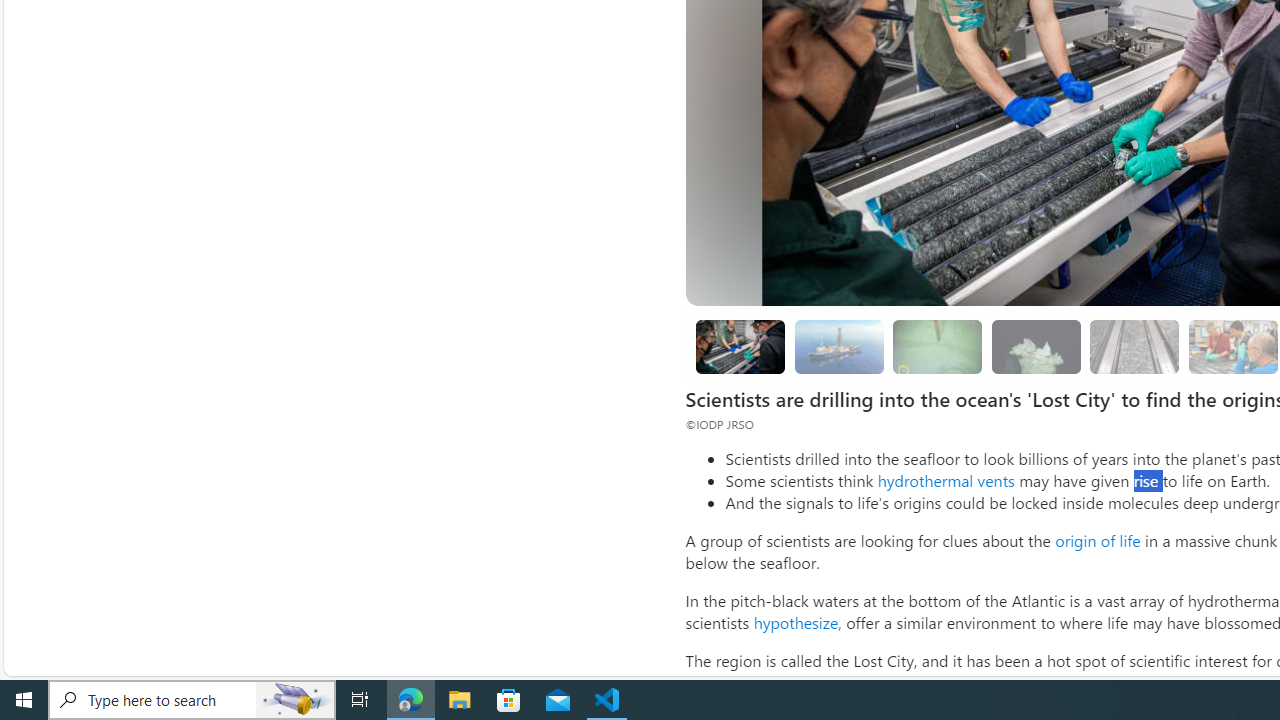 The width and height of the screenshot is (1280, 720). Describe the element at coordinates (1231, 345) in the screenshot. I see `'Looking for evidence of oxygen-free life'` at that location.